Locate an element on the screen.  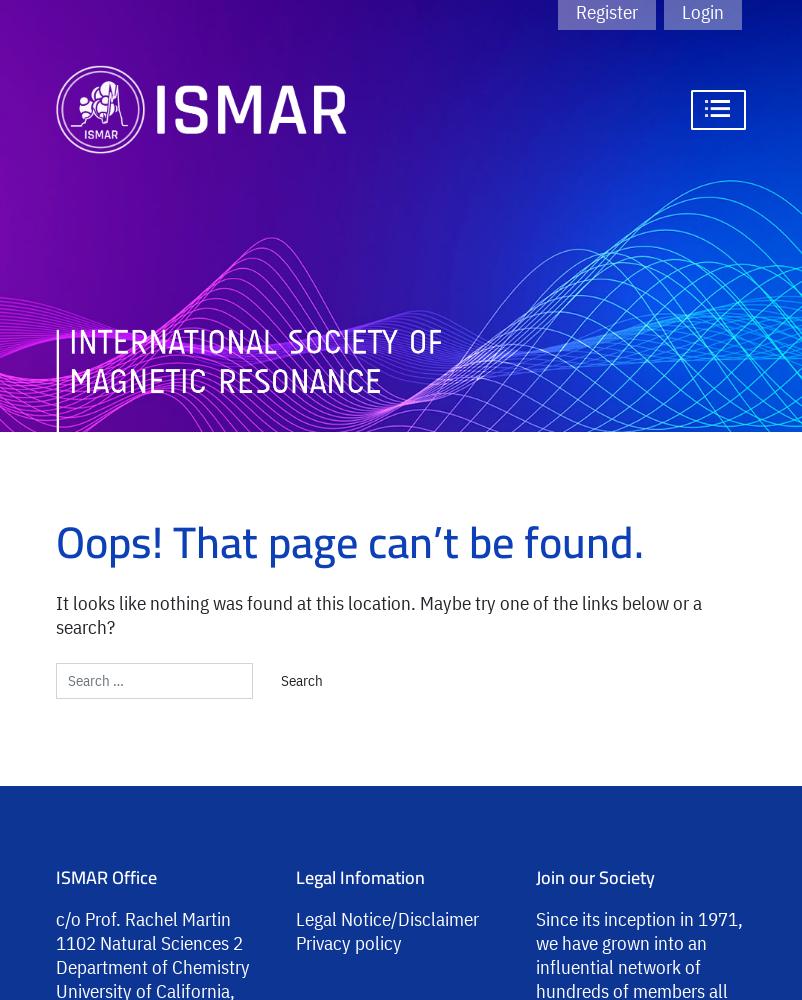
'Register' is located at coordinates (575, 12).